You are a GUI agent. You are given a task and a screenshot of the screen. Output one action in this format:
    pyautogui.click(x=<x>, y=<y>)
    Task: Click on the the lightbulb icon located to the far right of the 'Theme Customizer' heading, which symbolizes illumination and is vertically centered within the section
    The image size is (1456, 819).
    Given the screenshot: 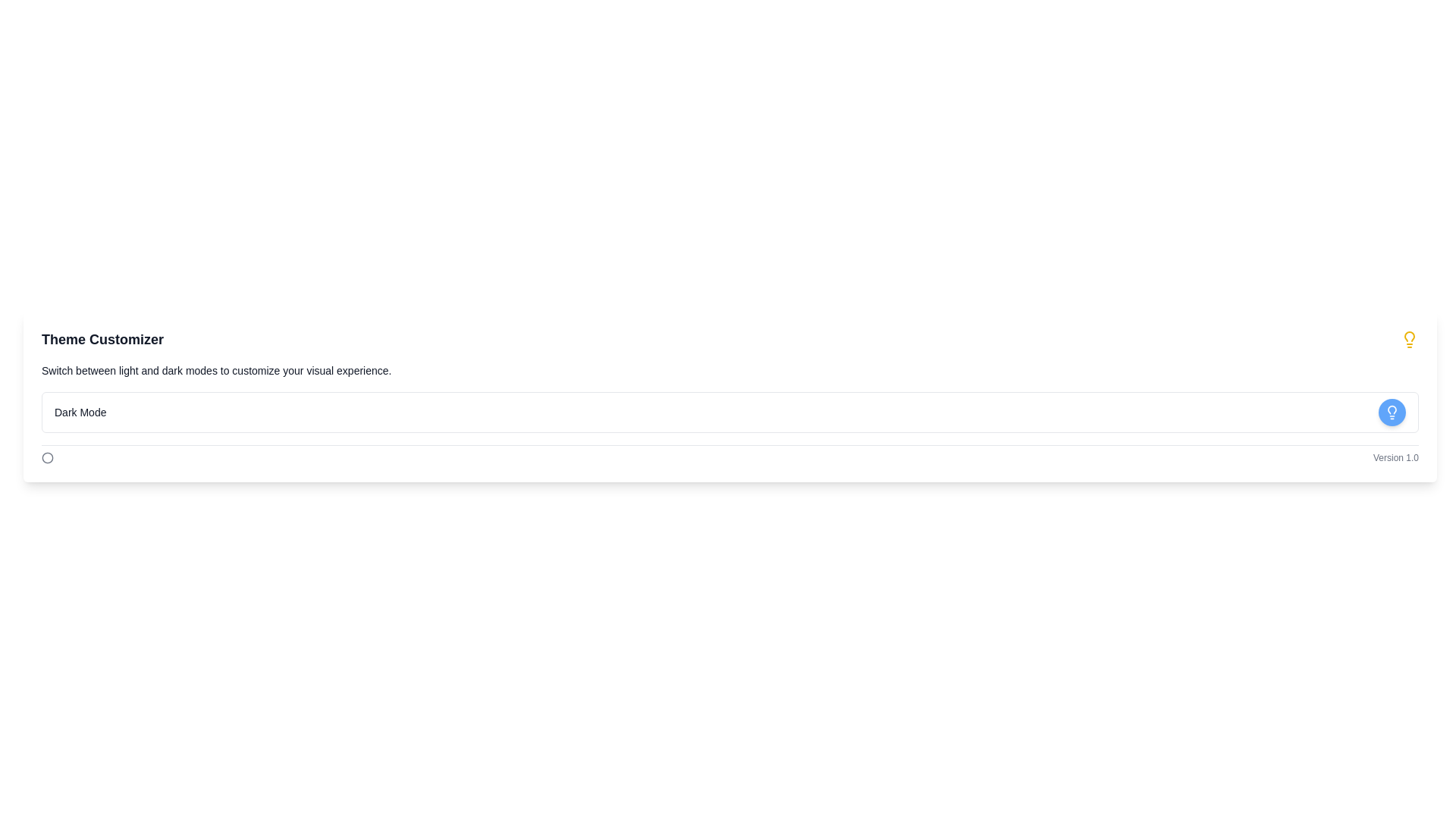 What is the action you would take?
    pyautogui.click(x=1408, y=338)
    